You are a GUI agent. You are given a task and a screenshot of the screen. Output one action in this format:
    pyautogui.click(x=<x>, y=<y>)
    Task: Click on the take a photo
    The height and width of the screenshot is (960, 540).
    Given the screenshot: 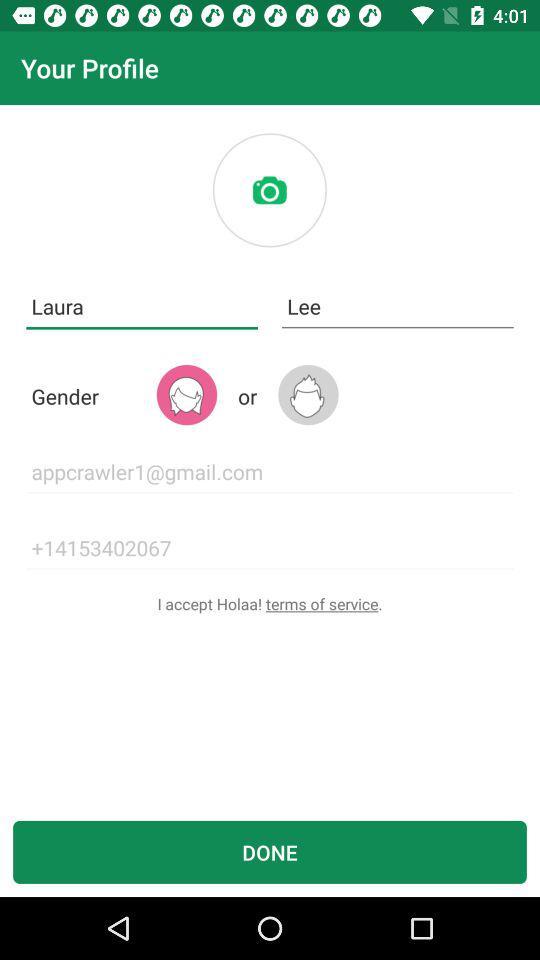 What is the action you would take?
    pyautogui.click(x=269, y=190)
    